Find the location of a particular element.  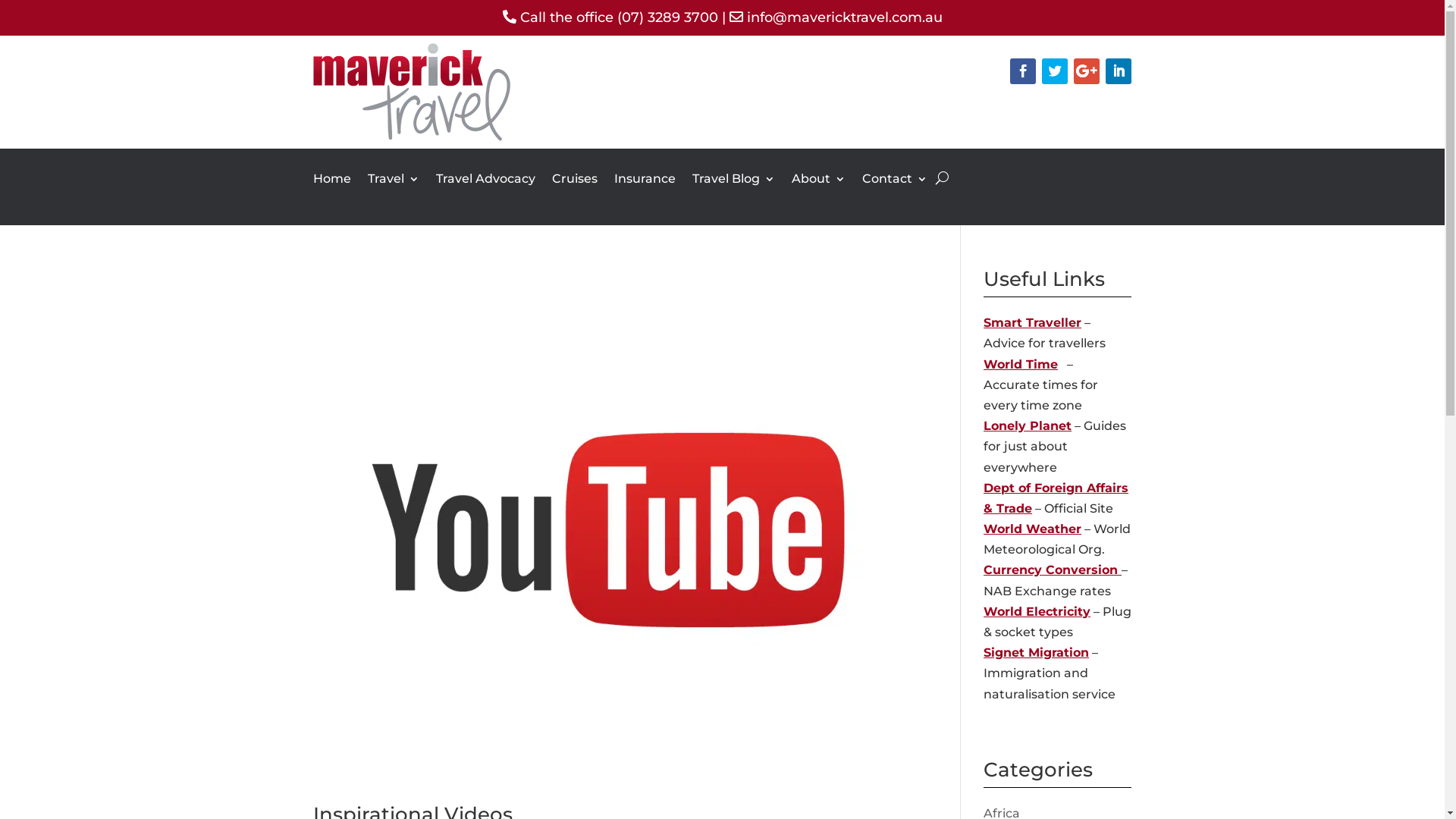

'Follow on Google+' is located at coordinates (1086, 71).